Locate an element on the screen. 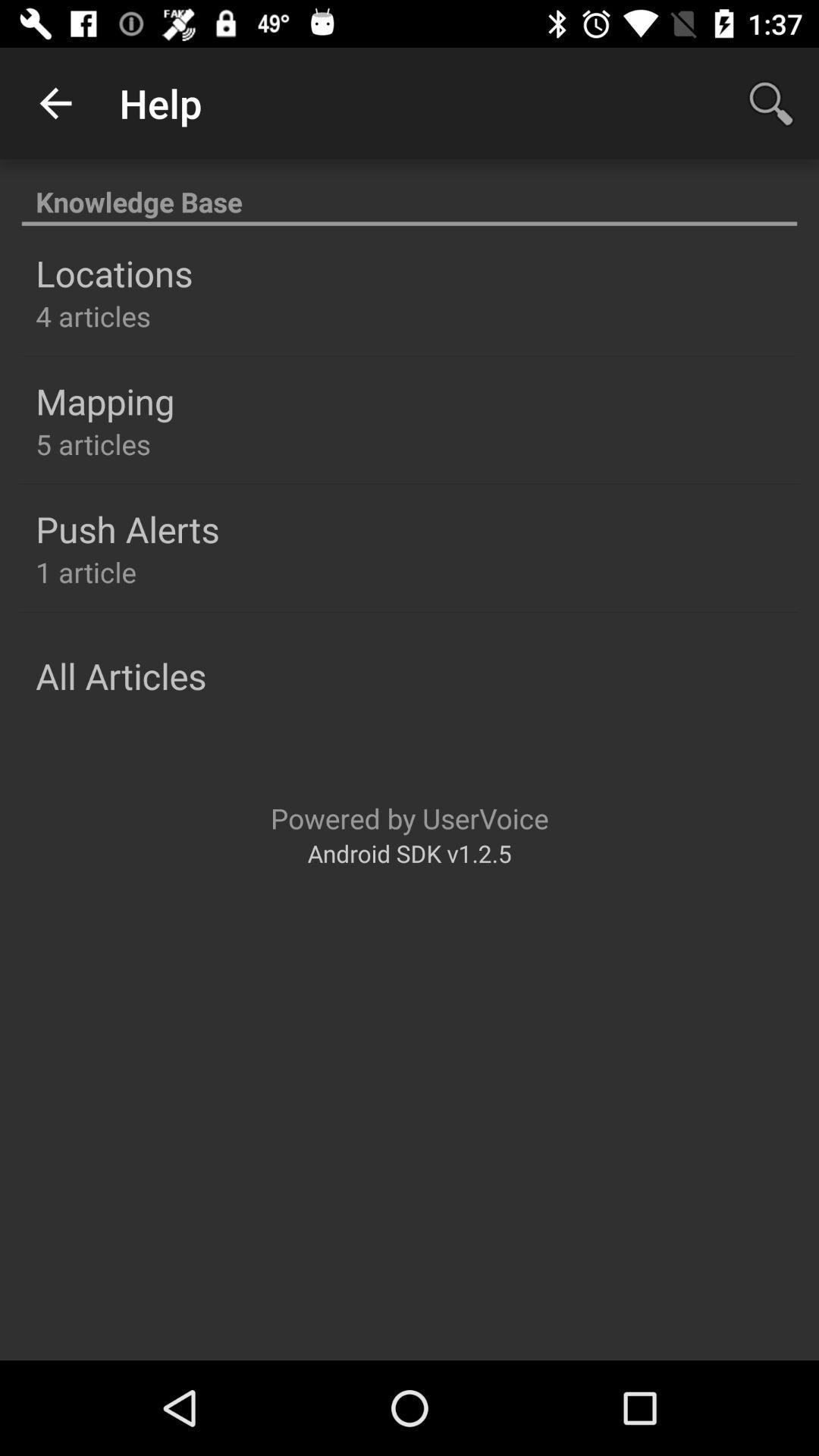 The image size is (819, 1456). 1 article is located at coordinates (86, 571).